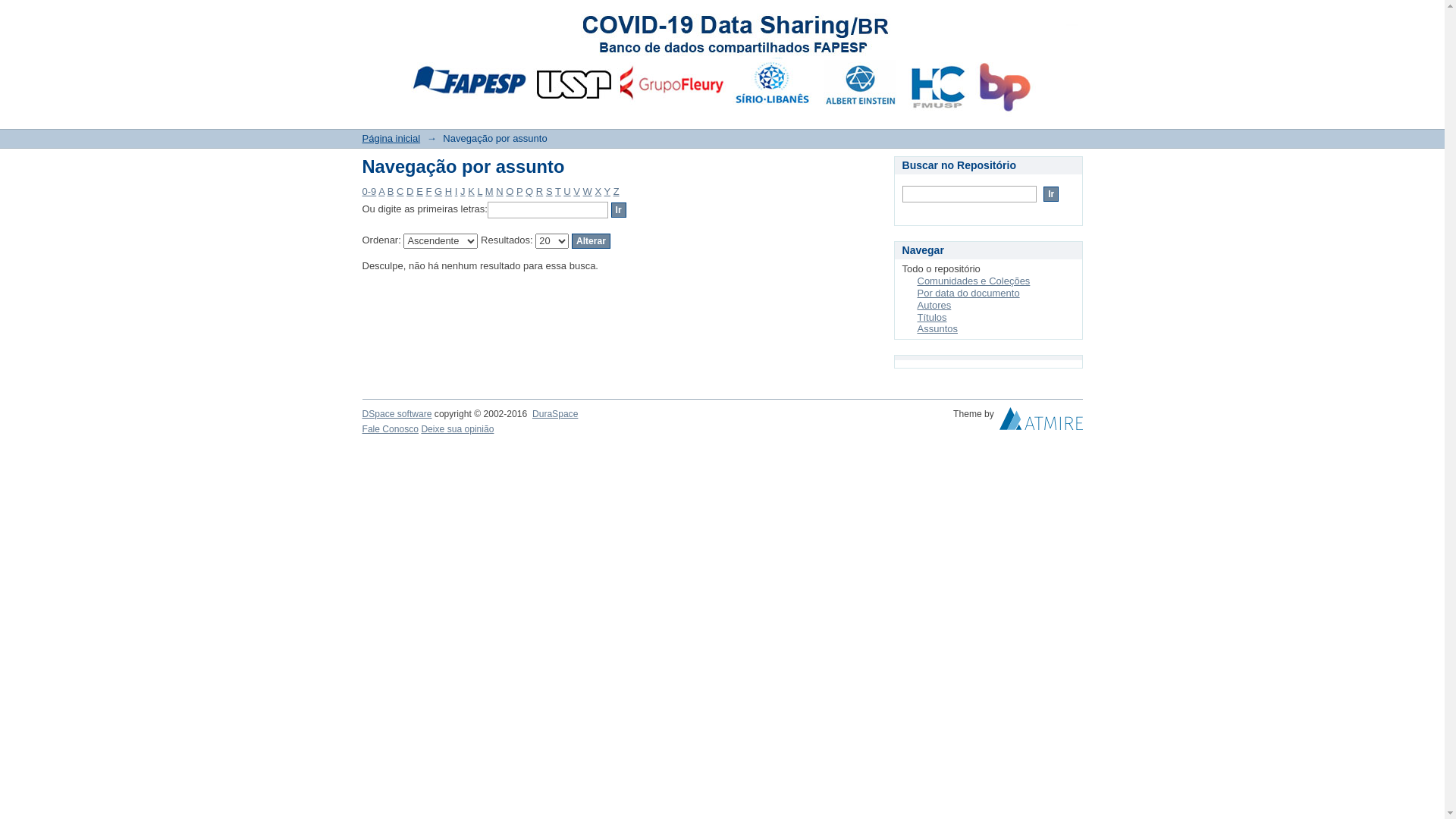 Image resolution: width=1456 pixels, height=819 pixels. I want to click on 'Fale Conosco', so click(391, 429).